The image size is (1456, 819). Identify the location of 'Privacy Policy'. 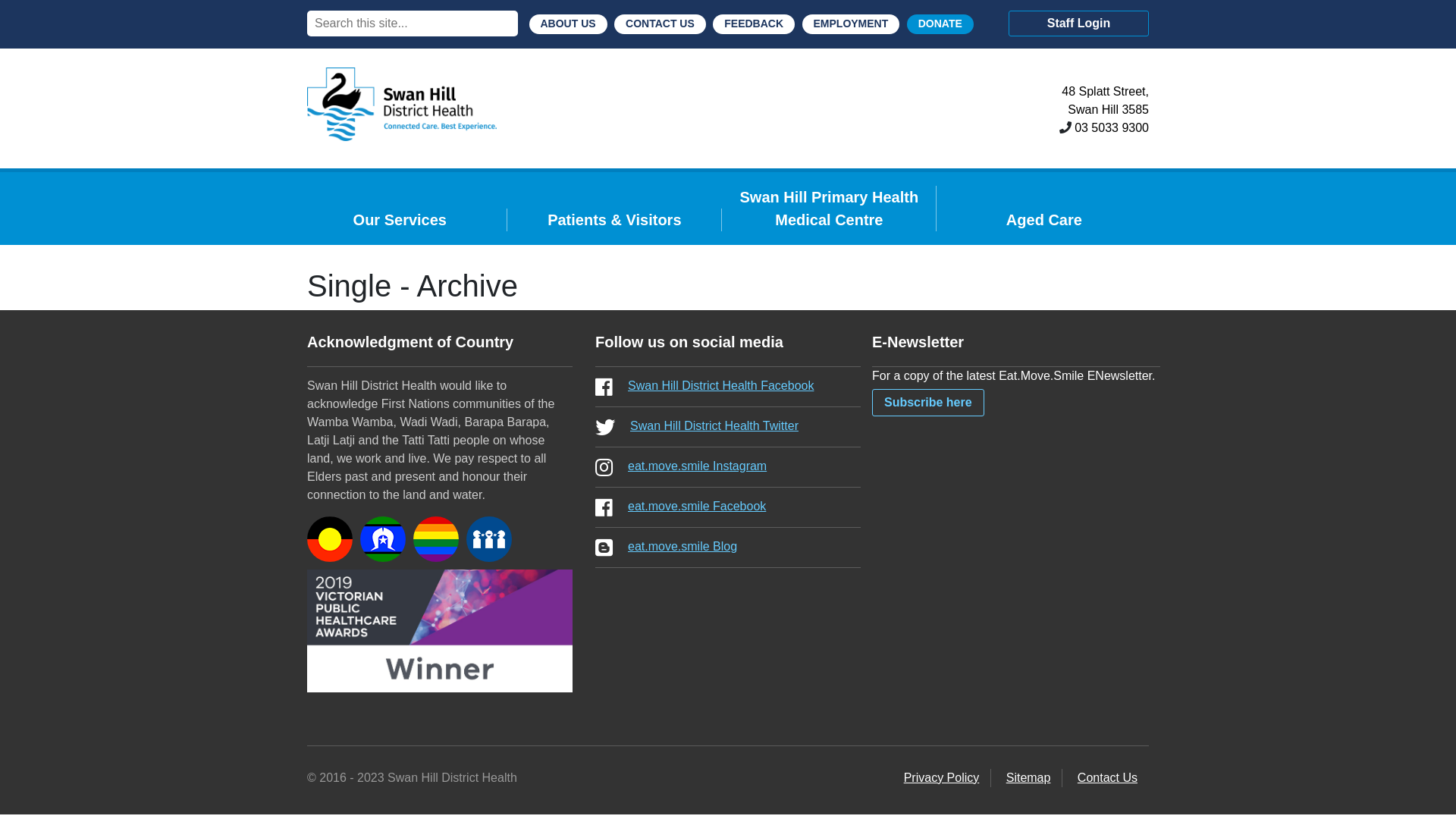
(941, 777).